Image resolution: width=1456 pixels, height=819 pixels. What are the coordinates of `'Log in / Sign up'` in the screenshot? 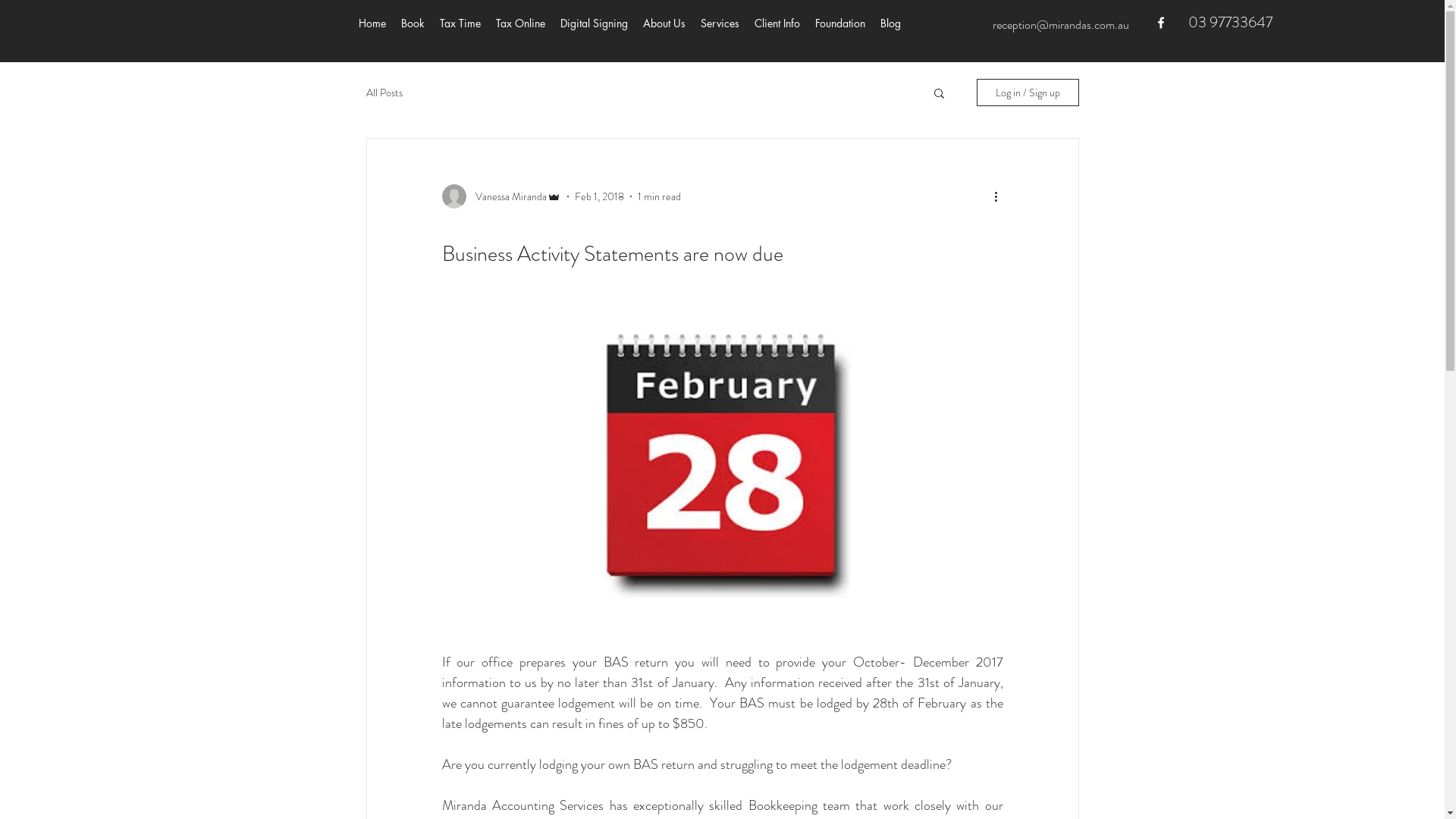 It's located at (1028, 93).